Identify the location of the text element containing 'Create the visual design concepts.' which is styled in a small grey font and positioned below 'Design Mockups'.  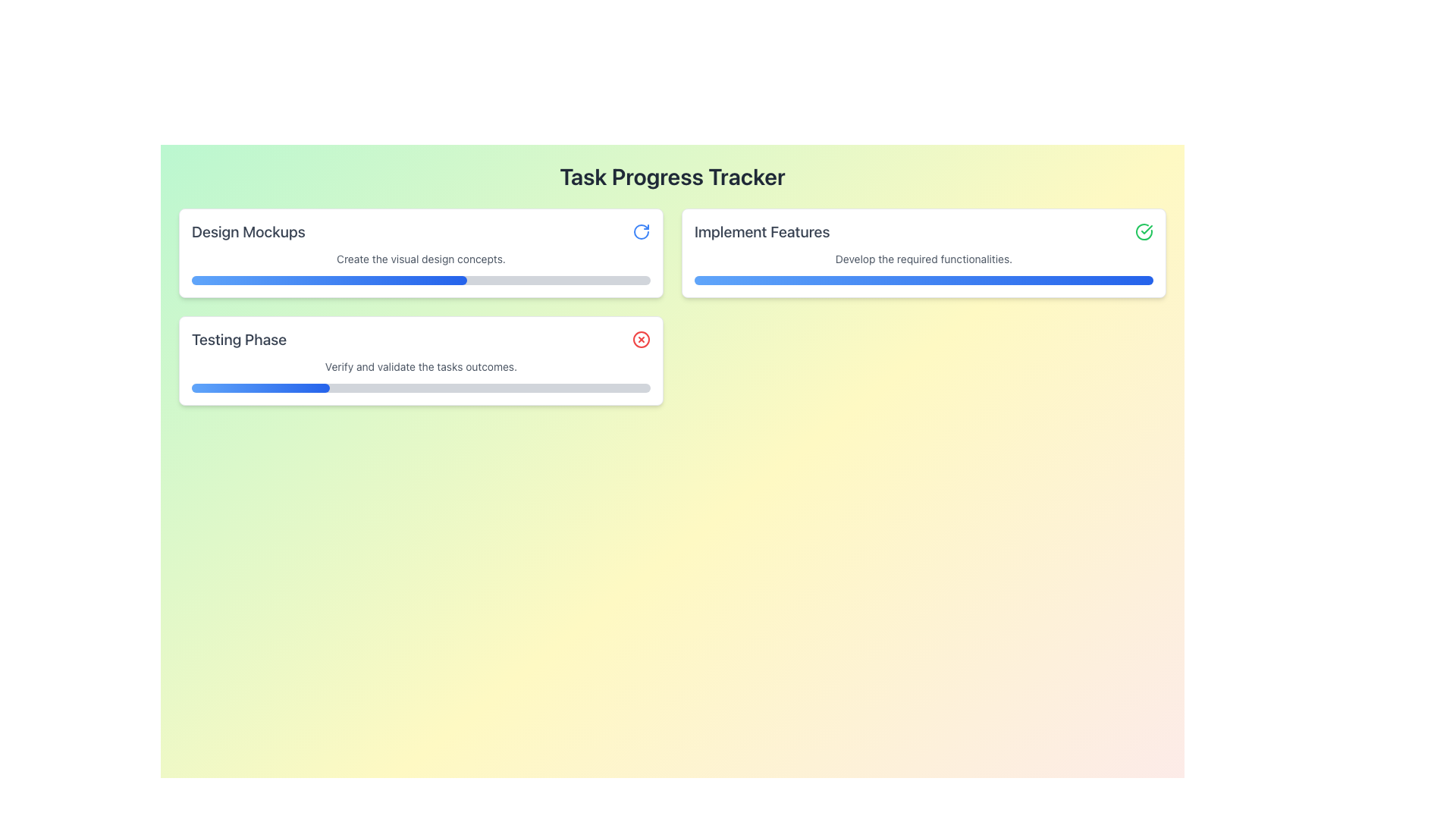
(421, 259).